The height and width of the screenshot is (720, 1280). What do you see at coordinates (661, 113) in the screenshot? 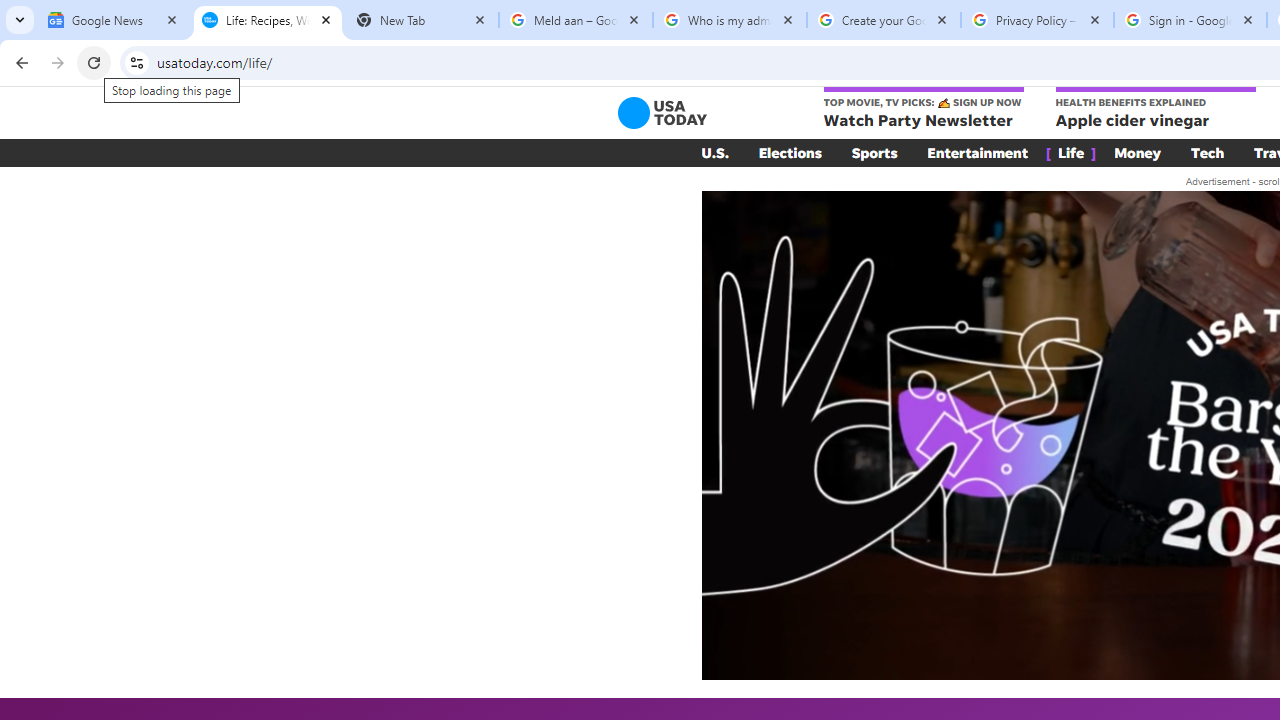
I see `'USA TODAY'` at bounding box center [661, 113].